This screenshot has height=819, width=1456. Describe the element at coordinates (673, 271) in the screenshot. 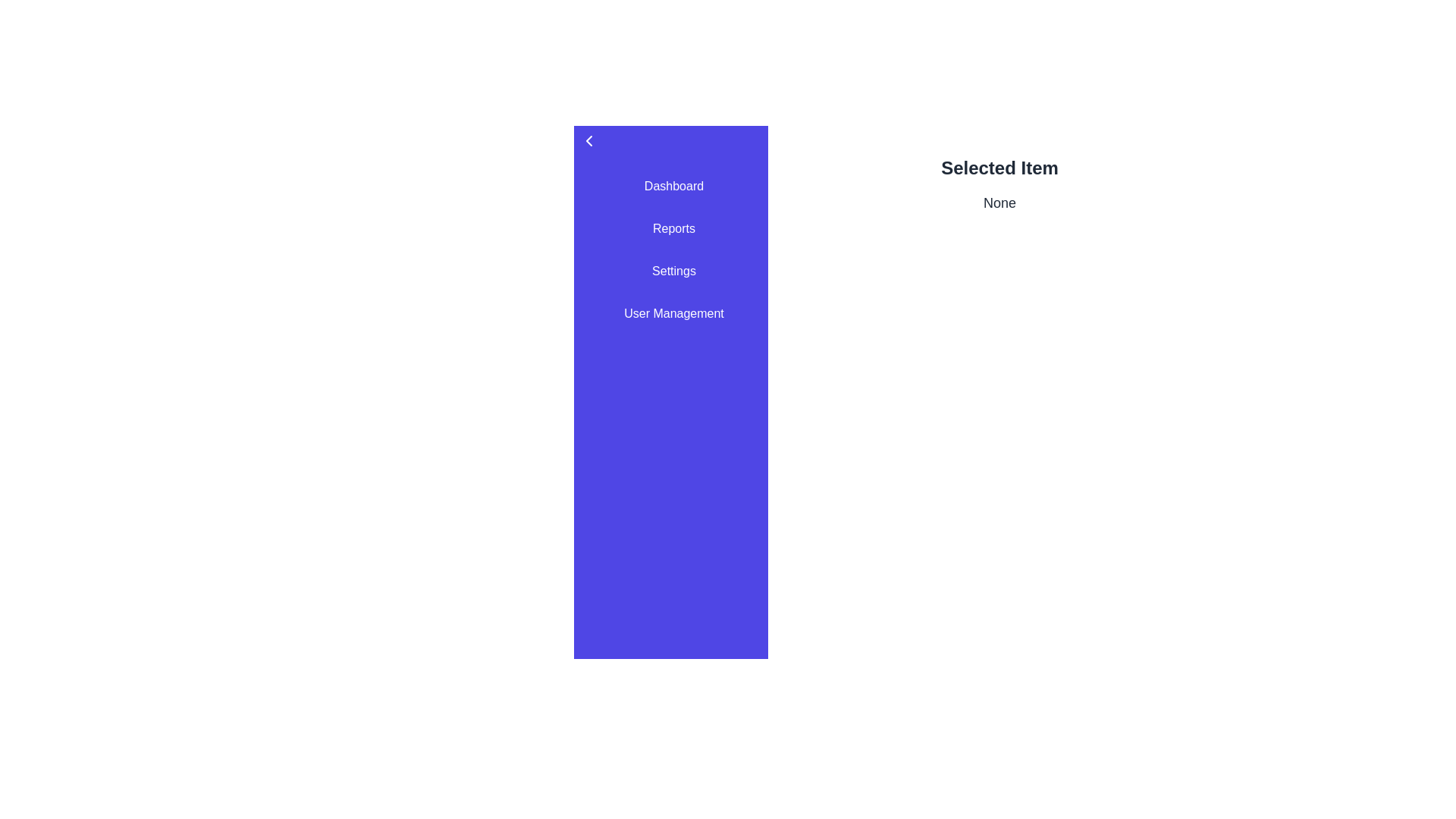

I see `the 'Settings' button, which is a rectangular button with white text on a blue background, located in the sidebar between 'Reports' and 'User Management'` at that location.